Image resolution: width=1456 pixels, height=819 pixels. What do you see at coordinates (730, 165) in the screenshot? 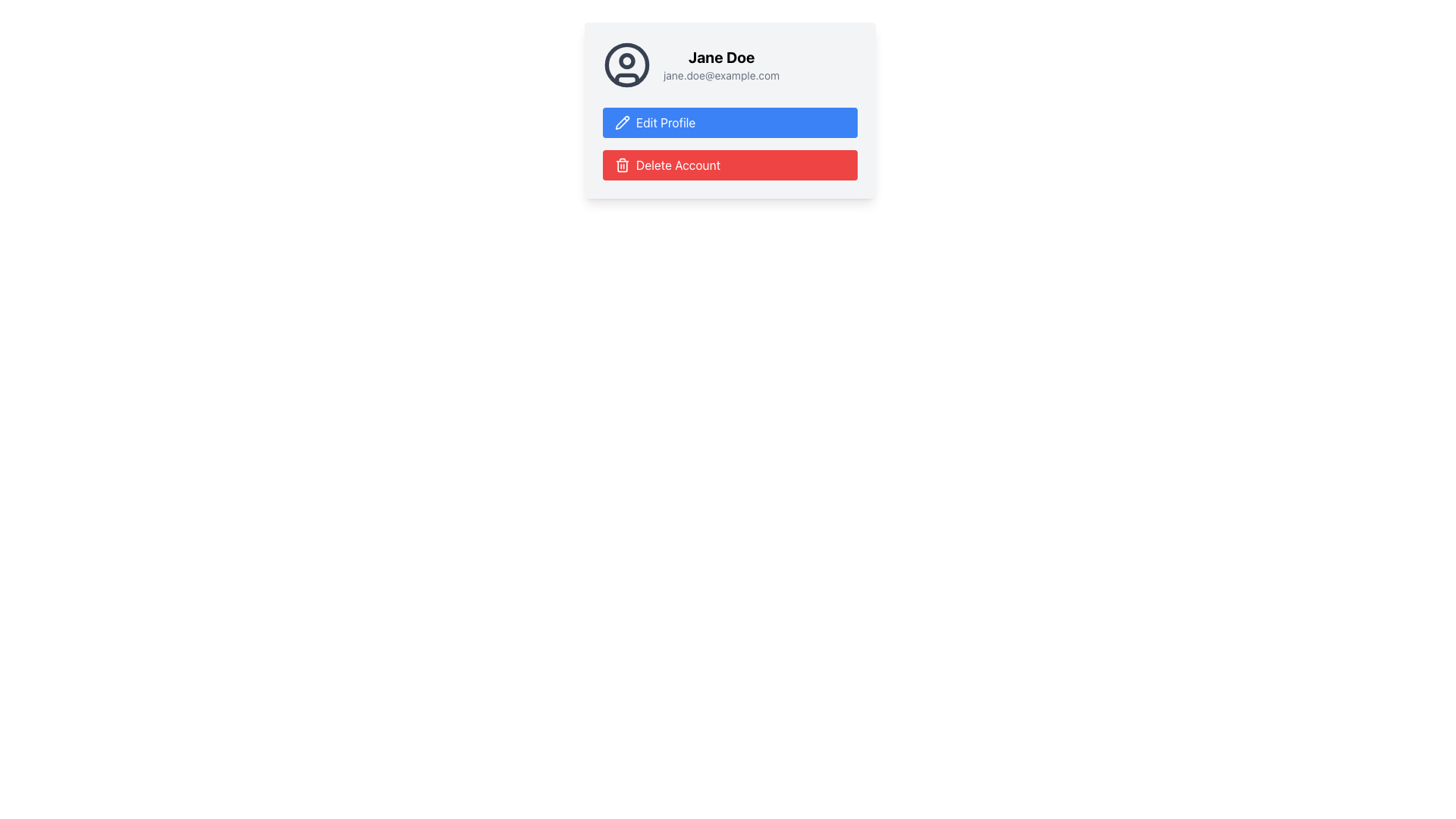
I see `the red 'Delete Account' button with a trash can icon` at bounding box center [730, 165].